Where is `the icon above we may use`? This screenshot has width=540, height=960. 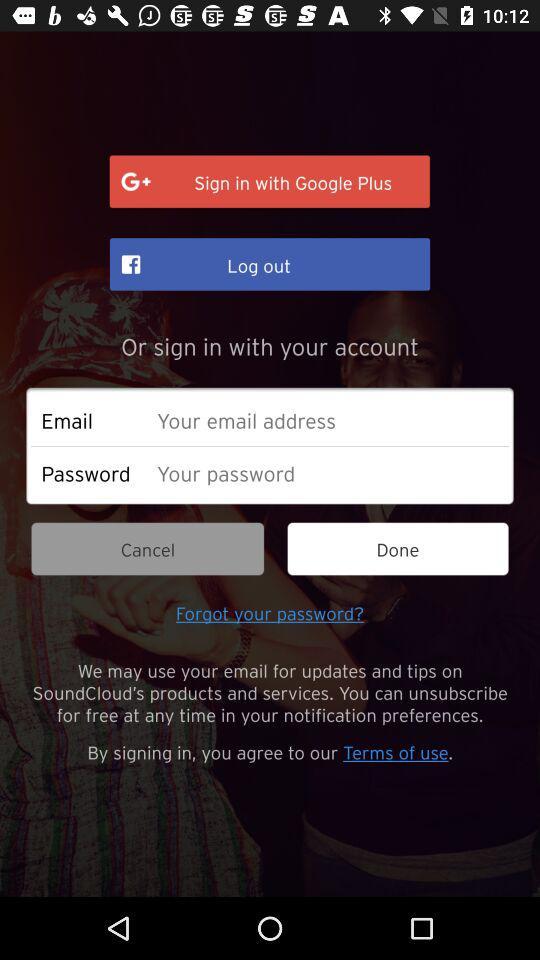 the icon above we may use is located at coordinates (270, 611).